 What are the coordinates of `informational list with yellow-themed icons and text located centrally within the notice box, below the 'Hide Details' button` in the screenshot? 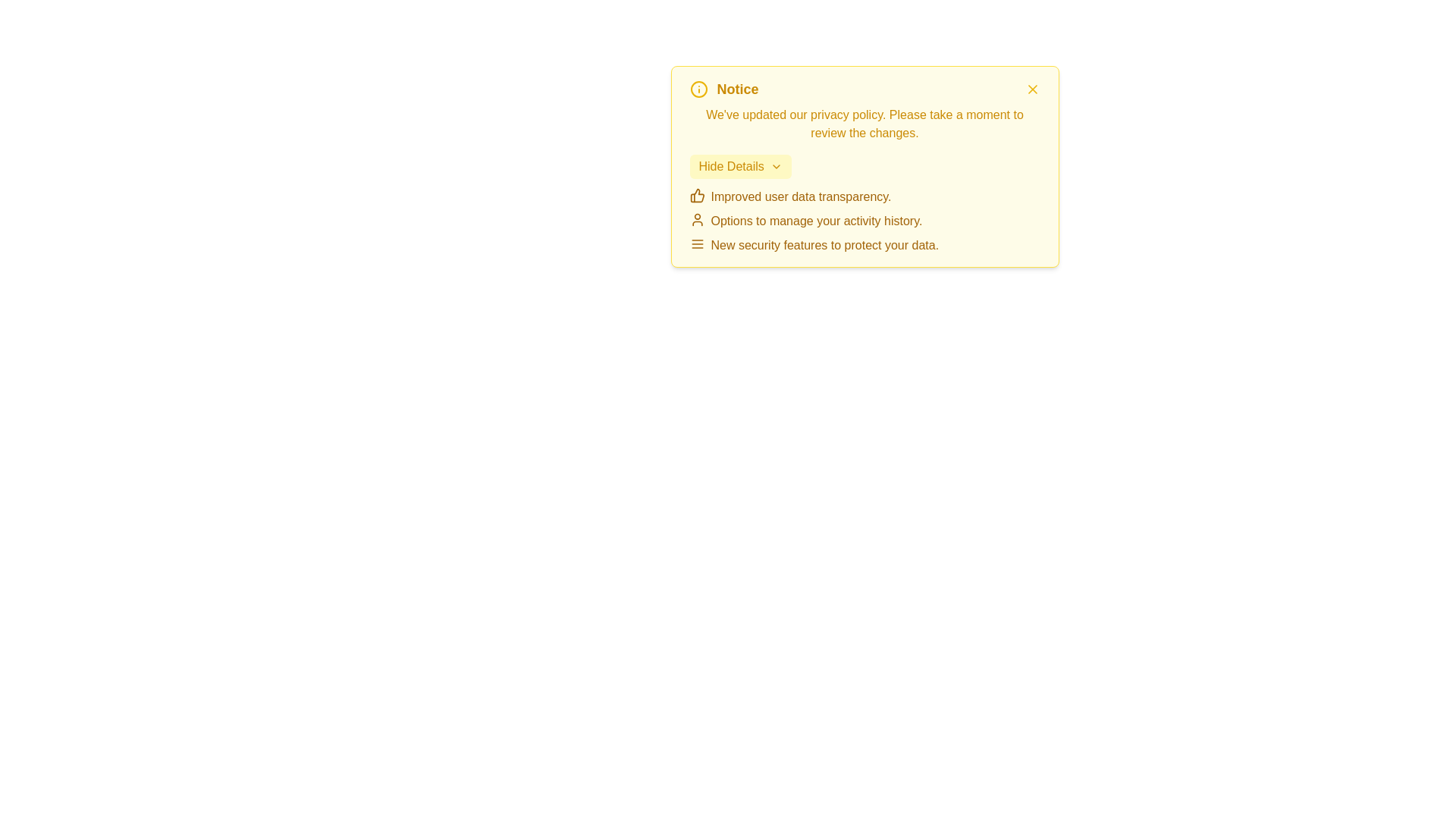 It's located at (864, 221).